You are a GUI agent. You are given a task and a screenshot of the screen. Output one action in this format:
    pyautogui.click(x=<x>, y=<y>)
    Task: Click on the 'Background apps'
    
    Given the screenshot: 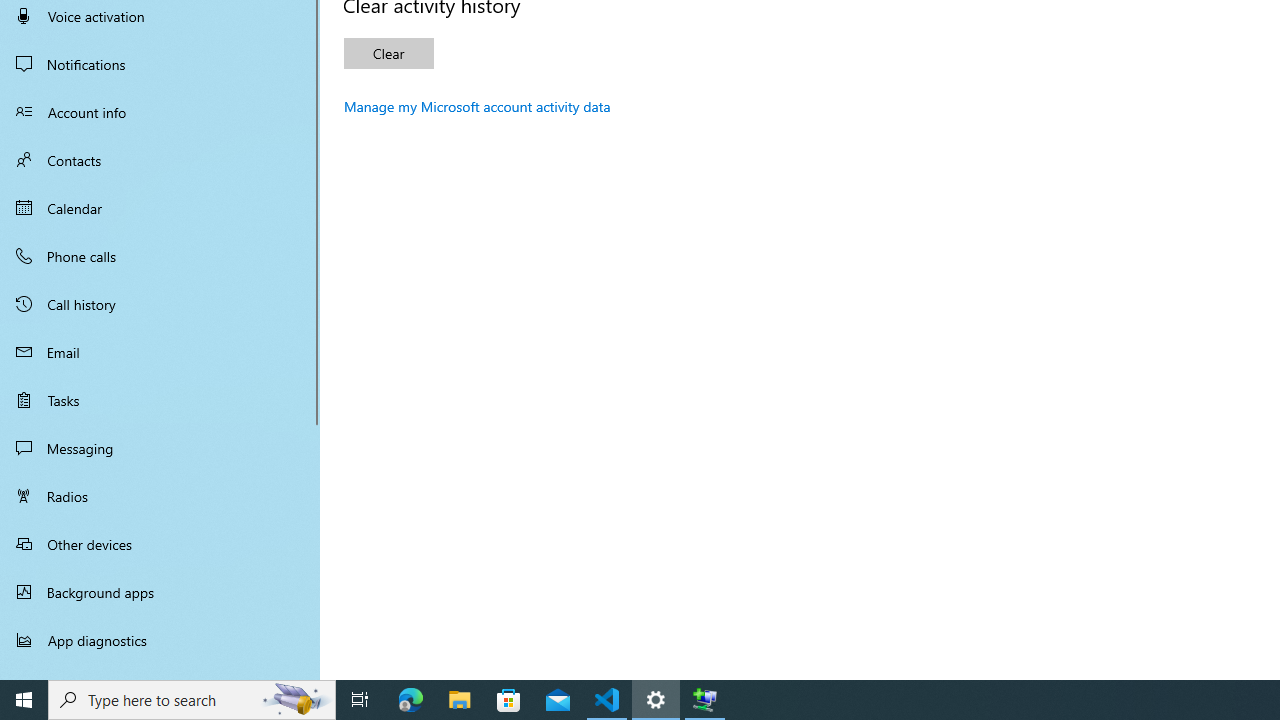 What is the action you would take?
    pyautogui.click(x=160, y=591)
    